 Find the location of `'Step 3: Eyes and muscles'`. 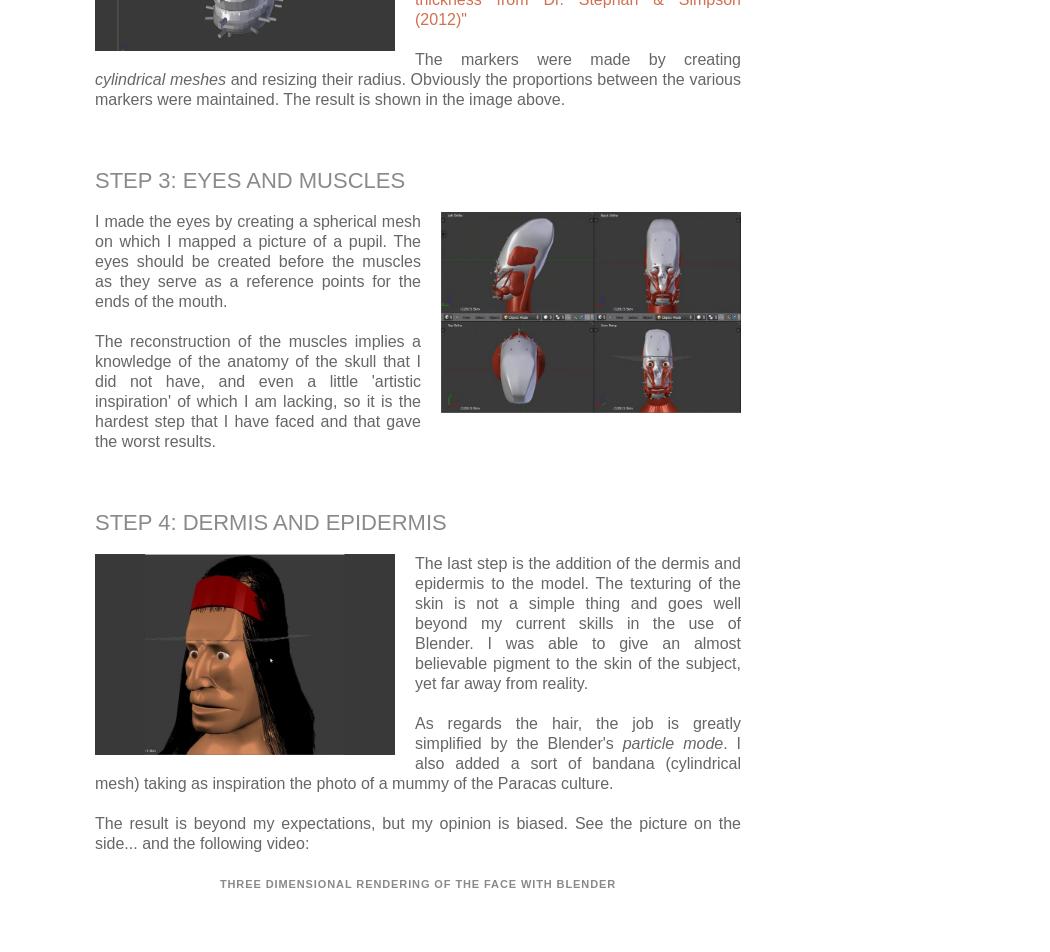

'Step 3: Eyes and muscles' is located at coordinates (250, 179).